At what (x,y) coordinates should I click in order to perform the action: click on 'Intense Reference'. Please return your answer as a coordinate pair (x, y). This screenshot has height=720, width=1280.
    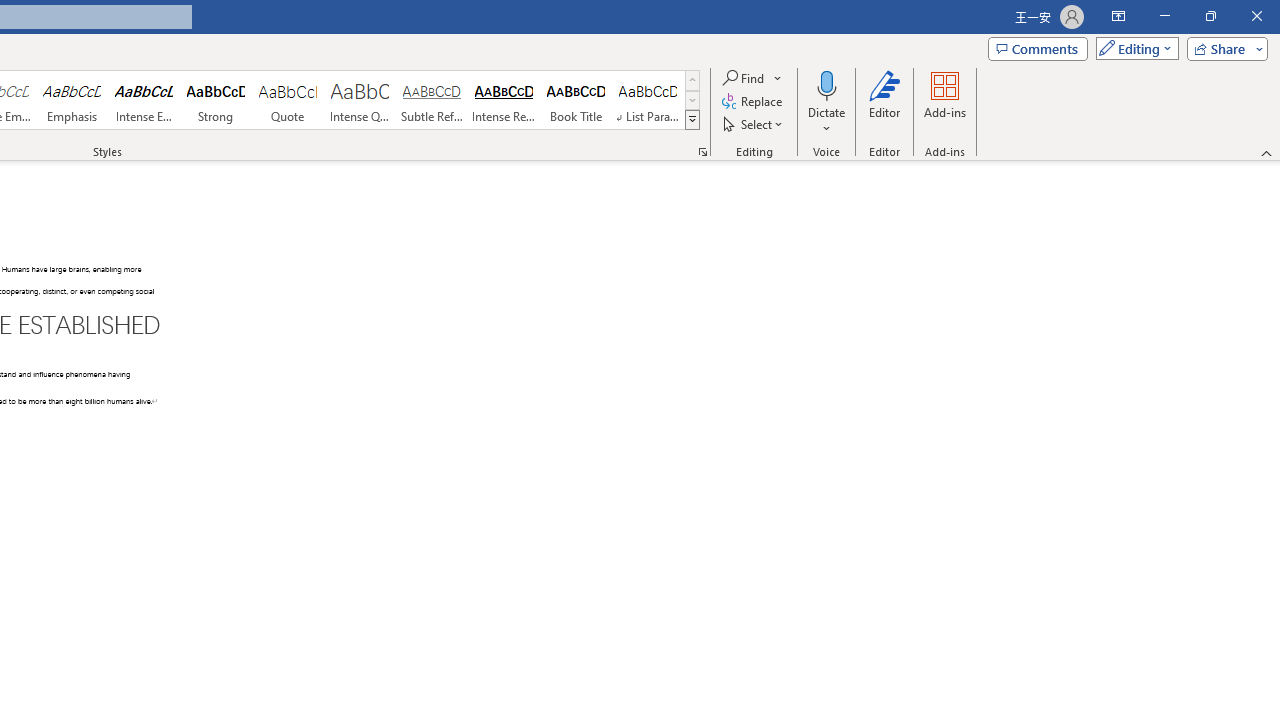
    Looking at the image, I should click on (504, 100).